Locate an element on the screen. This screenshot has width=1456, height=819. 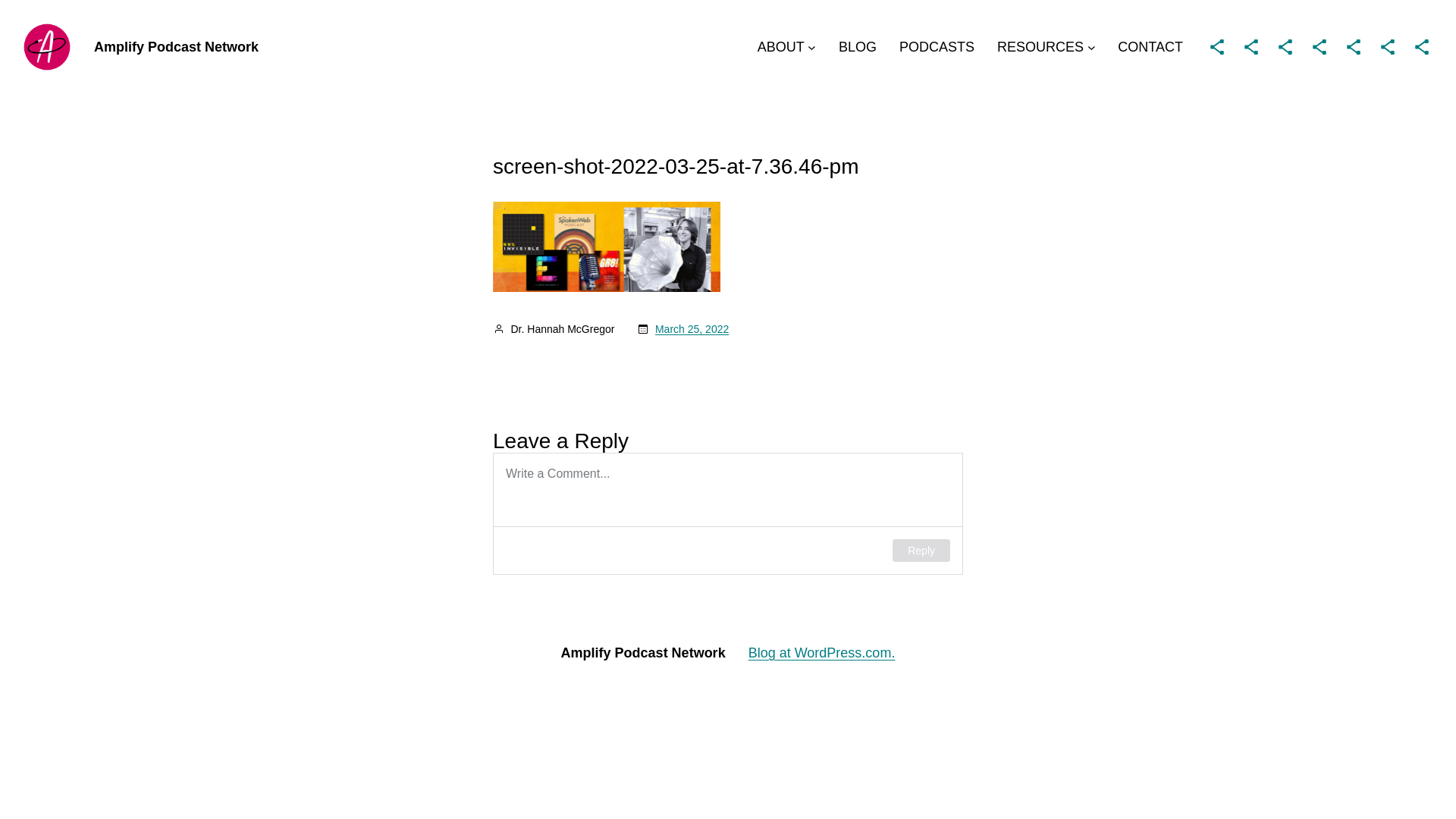
'ABOUT' is located at coordinates (757, 46).